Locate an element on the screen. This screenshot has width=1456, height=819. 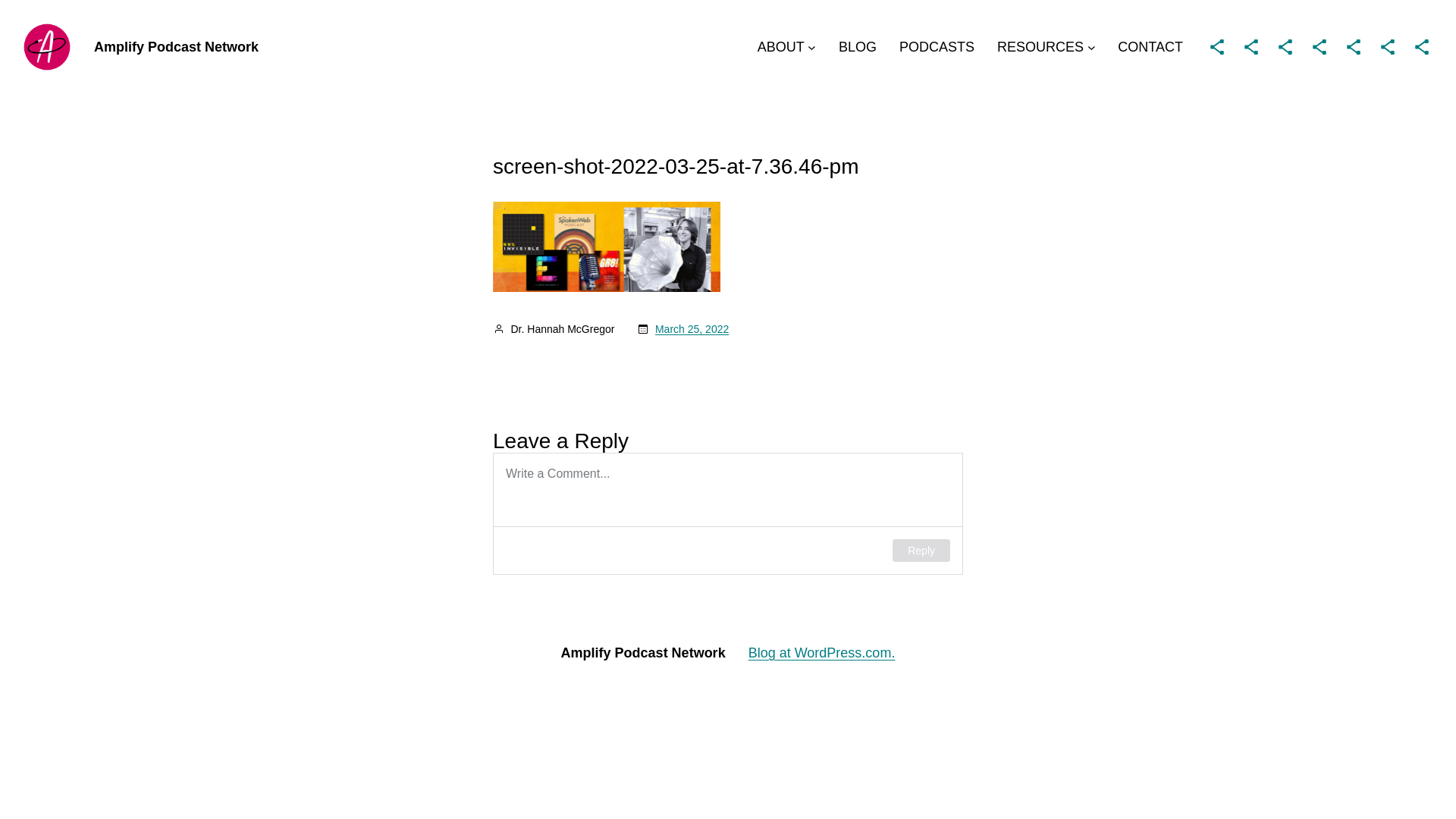
'ABOUT' is located at coordinates (757, 46).